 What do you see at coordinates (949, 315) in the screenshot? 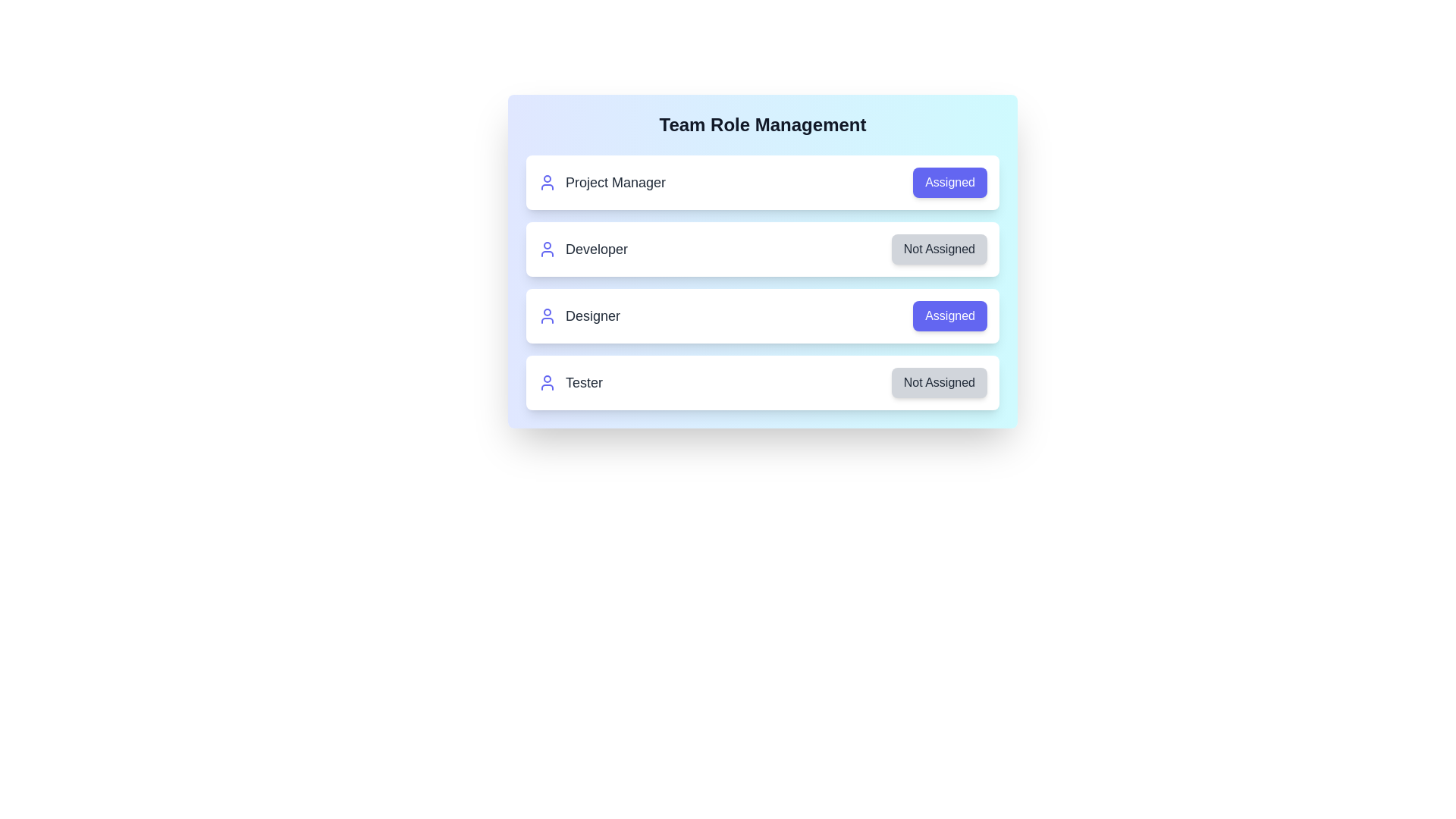
I see `the button to toggle the role assignment status for Designer` at bounding box center [949, 315].